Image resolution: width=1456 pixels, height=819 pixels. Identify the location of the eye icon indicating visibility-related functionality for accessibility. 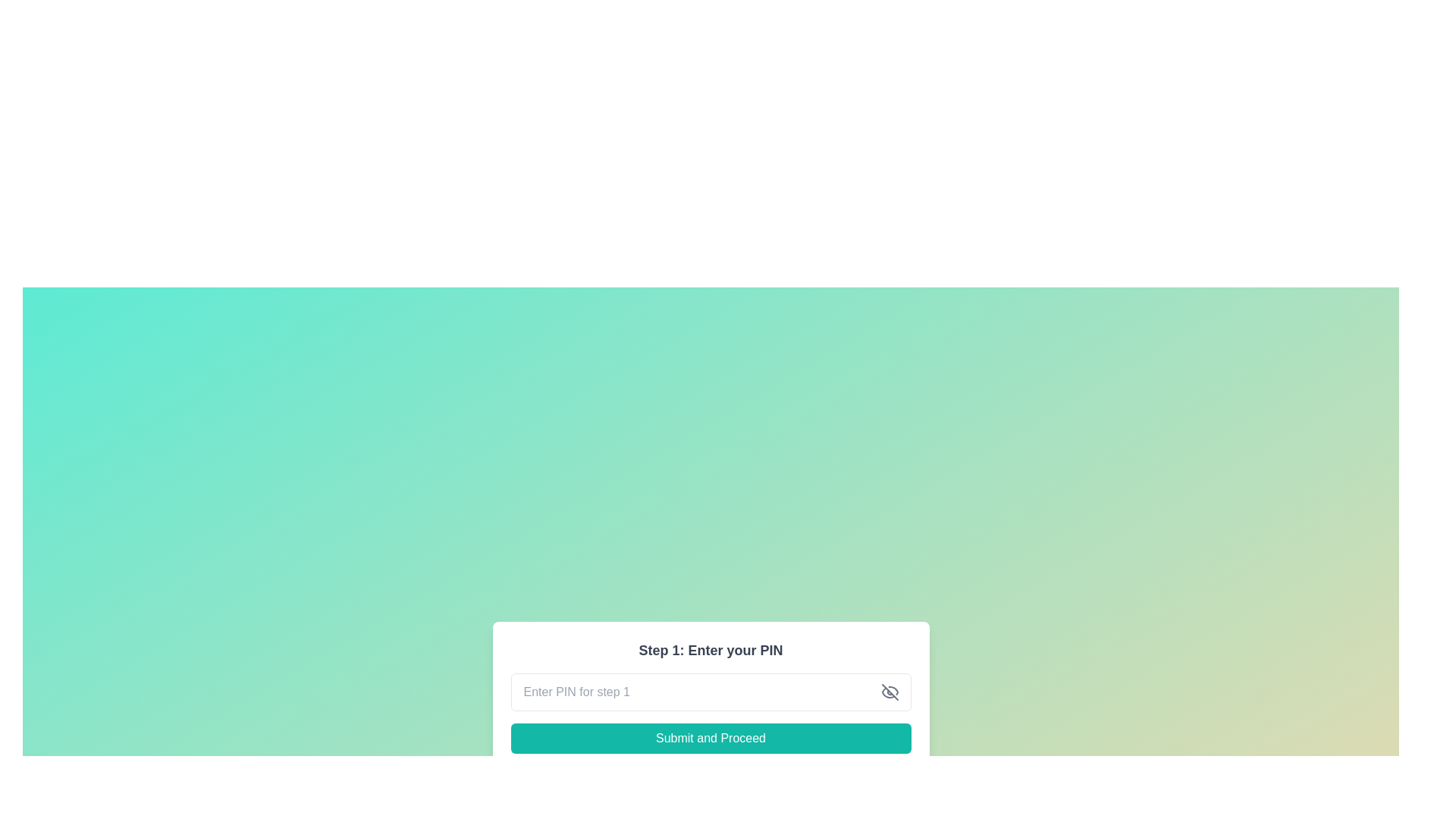
(888, 692).